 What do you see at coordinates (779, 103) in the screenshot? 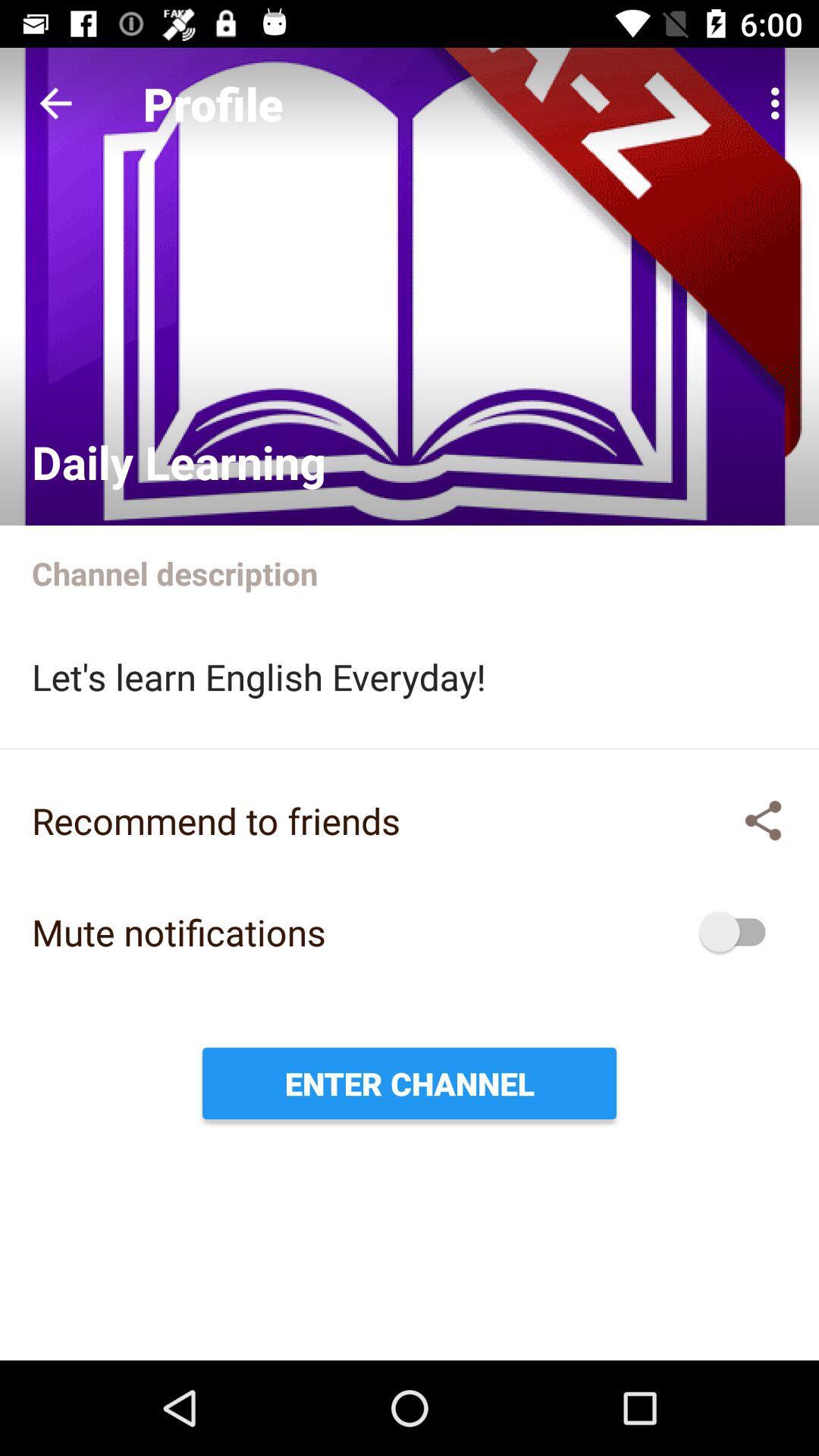
I see `the 3 vertical dots icon` at bounding box center [779, 103].